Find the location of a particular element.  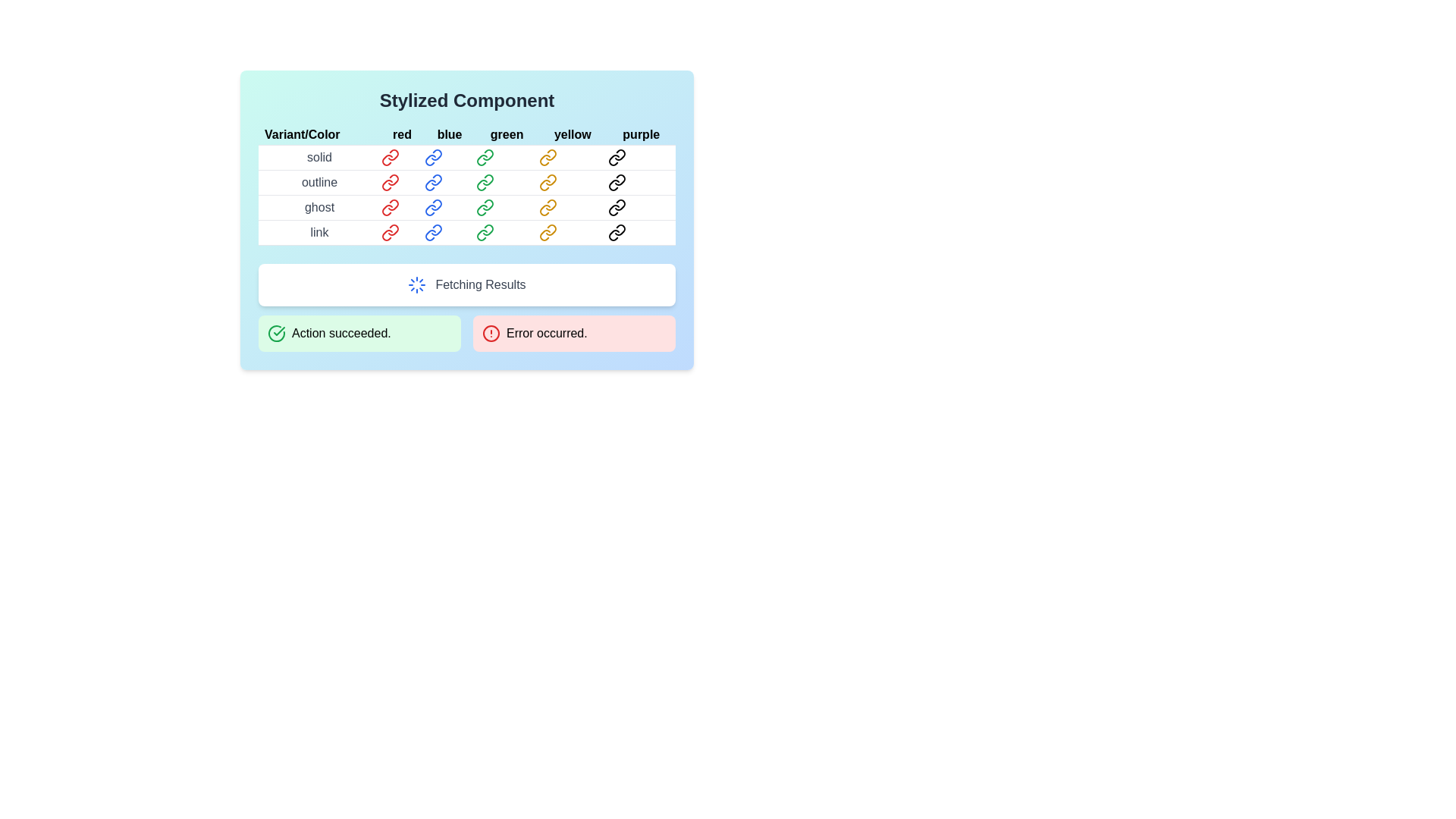

the SVG icon representing a link located is located at coordinates (617, 233).